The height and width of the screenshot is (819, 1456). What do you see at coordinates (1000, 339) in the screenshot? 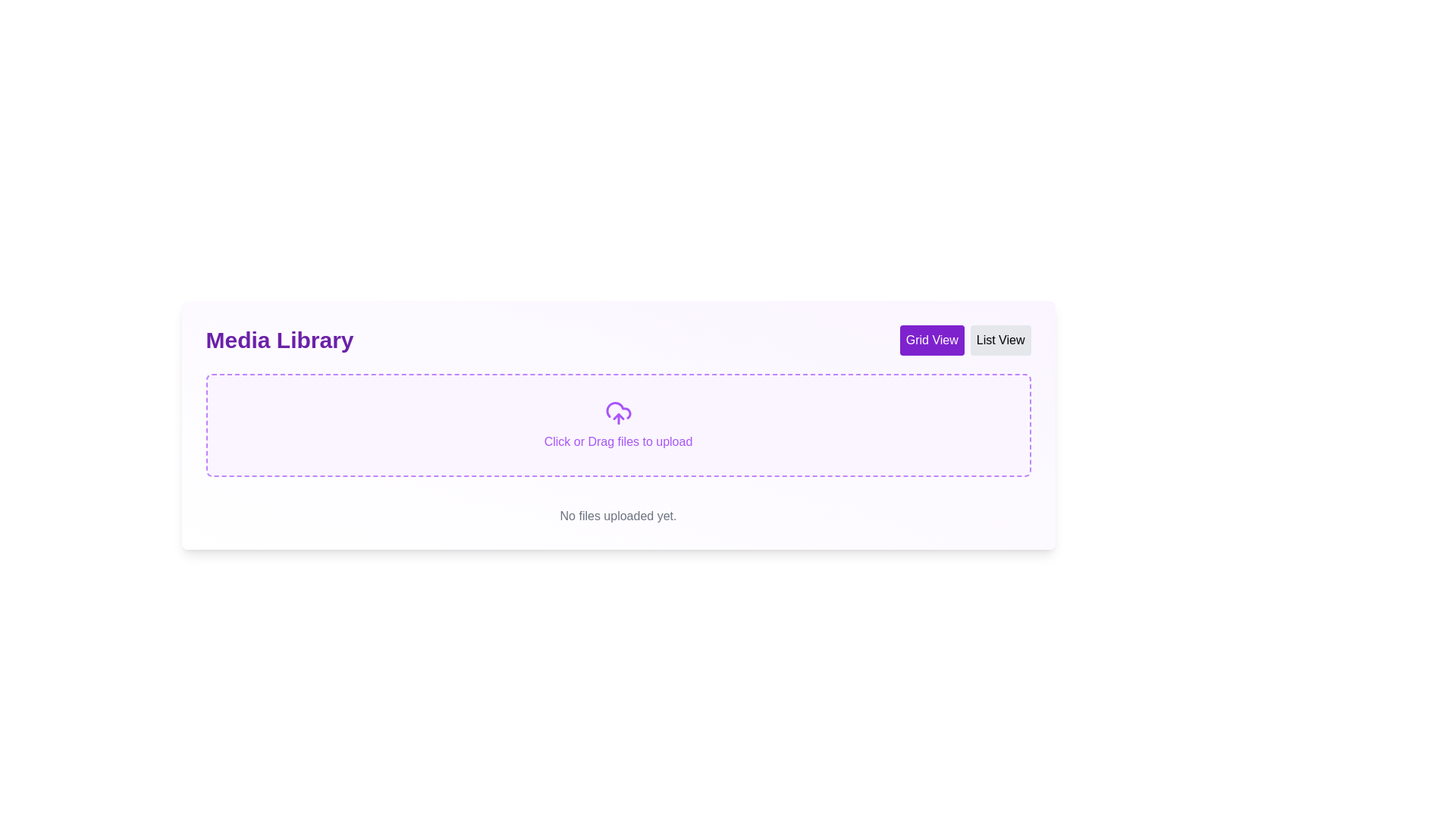
I see `the 'List View' button, which is a rectangular button with a gray background and black text, to potentially reveal a tooltip or UI feedback` at bounding box center [1000, 339].